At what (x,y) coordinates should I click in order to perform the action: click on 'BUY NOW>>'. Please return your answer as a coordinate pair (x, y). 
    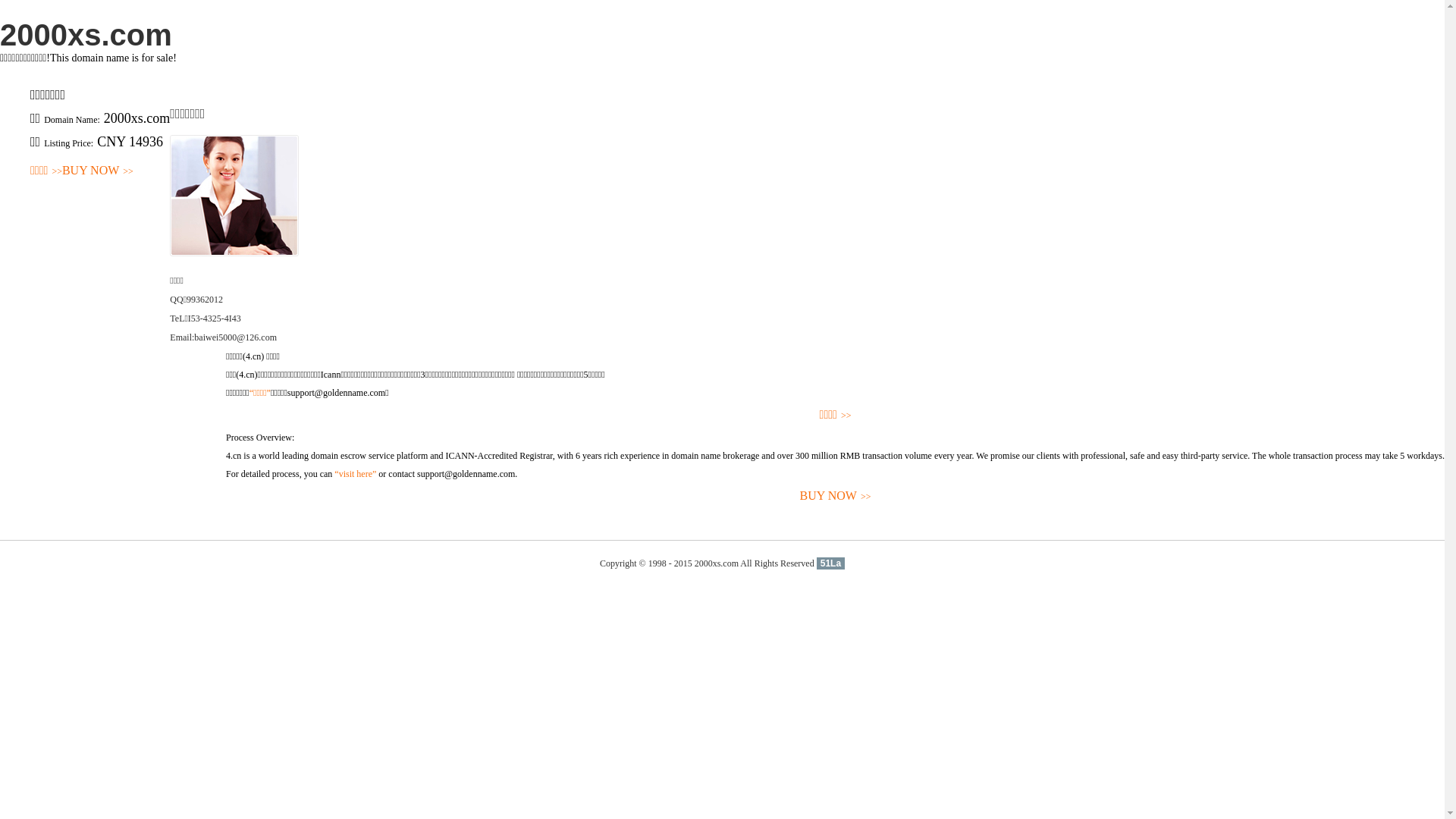
    Looking at the image, I should click on (834, 496).